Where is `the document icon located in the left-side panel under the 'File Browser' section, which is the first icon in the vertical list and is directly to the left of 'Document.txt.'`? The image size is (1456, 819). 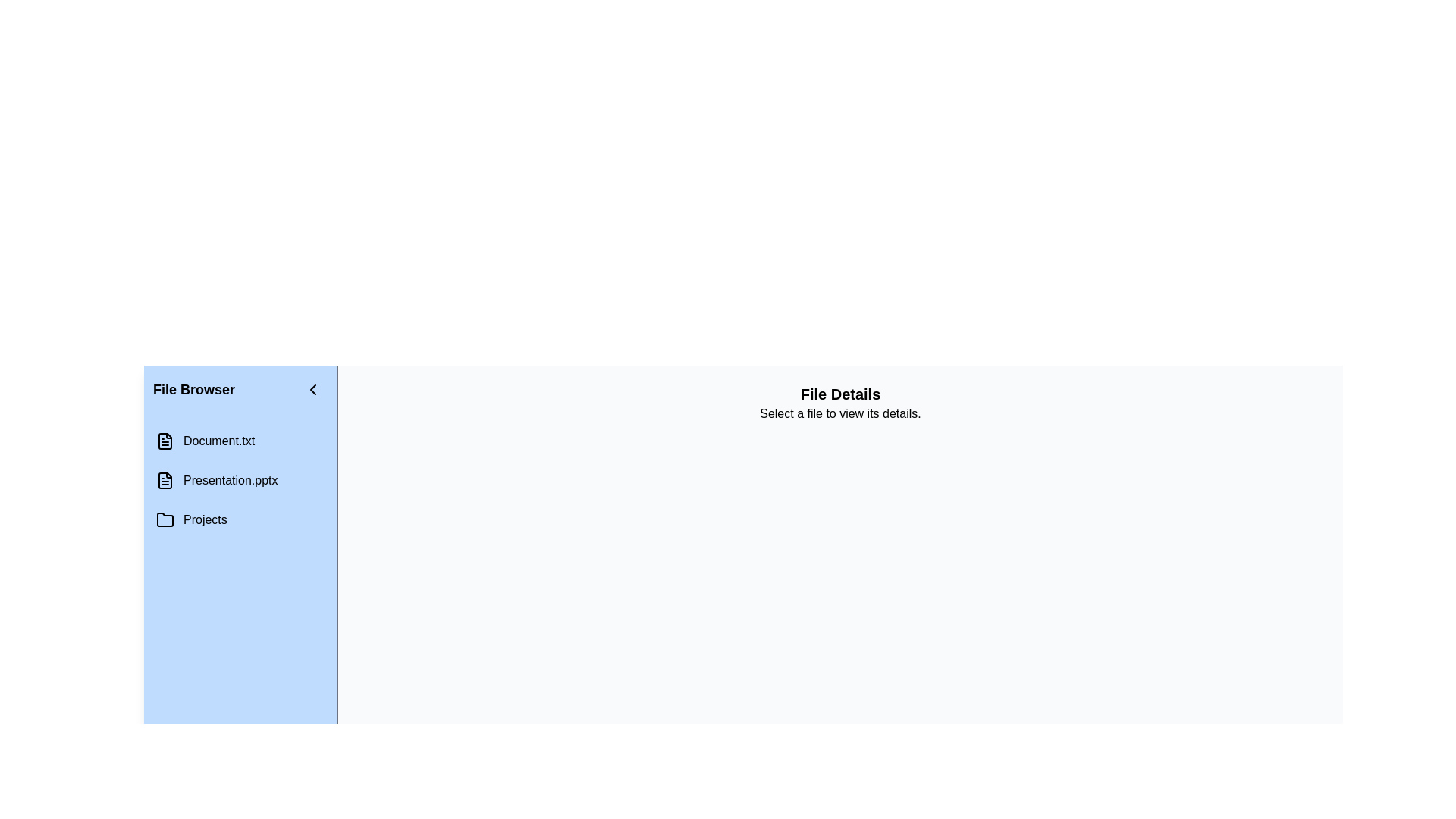 the document icon located in the left-side panel under the 'File Browser' section, which is the first icon in the vertical list and is directly to the left of 'Document.txt.' is located at coordinates (165, 441).